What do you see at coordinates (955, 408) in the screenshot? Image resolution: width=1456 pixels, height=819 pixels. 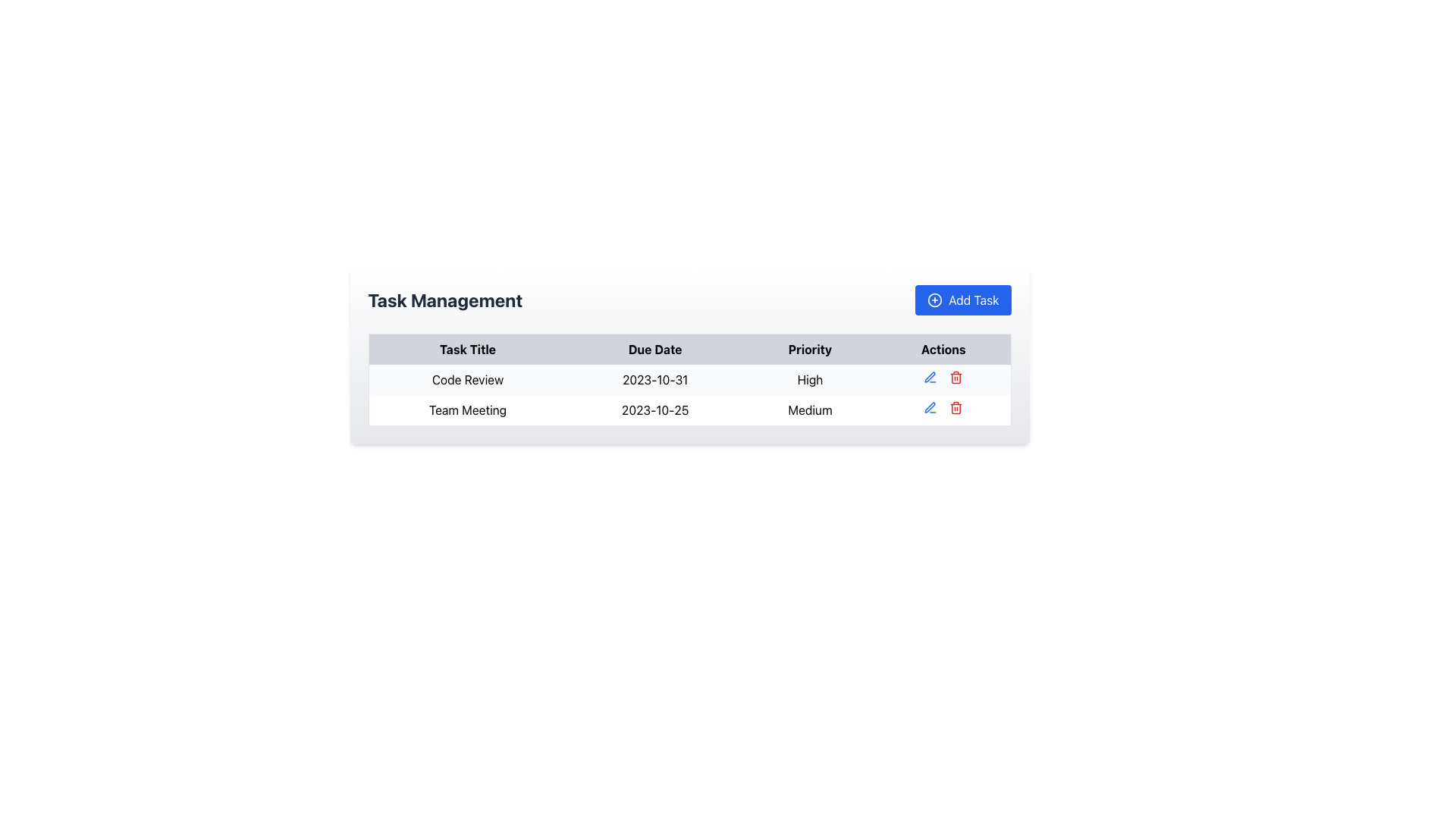 I see `the vertical rounded body of the trash can icon located in the 'Actions' column of the second row for the 'Team Meeting' task` at bounding box center [955, 408].